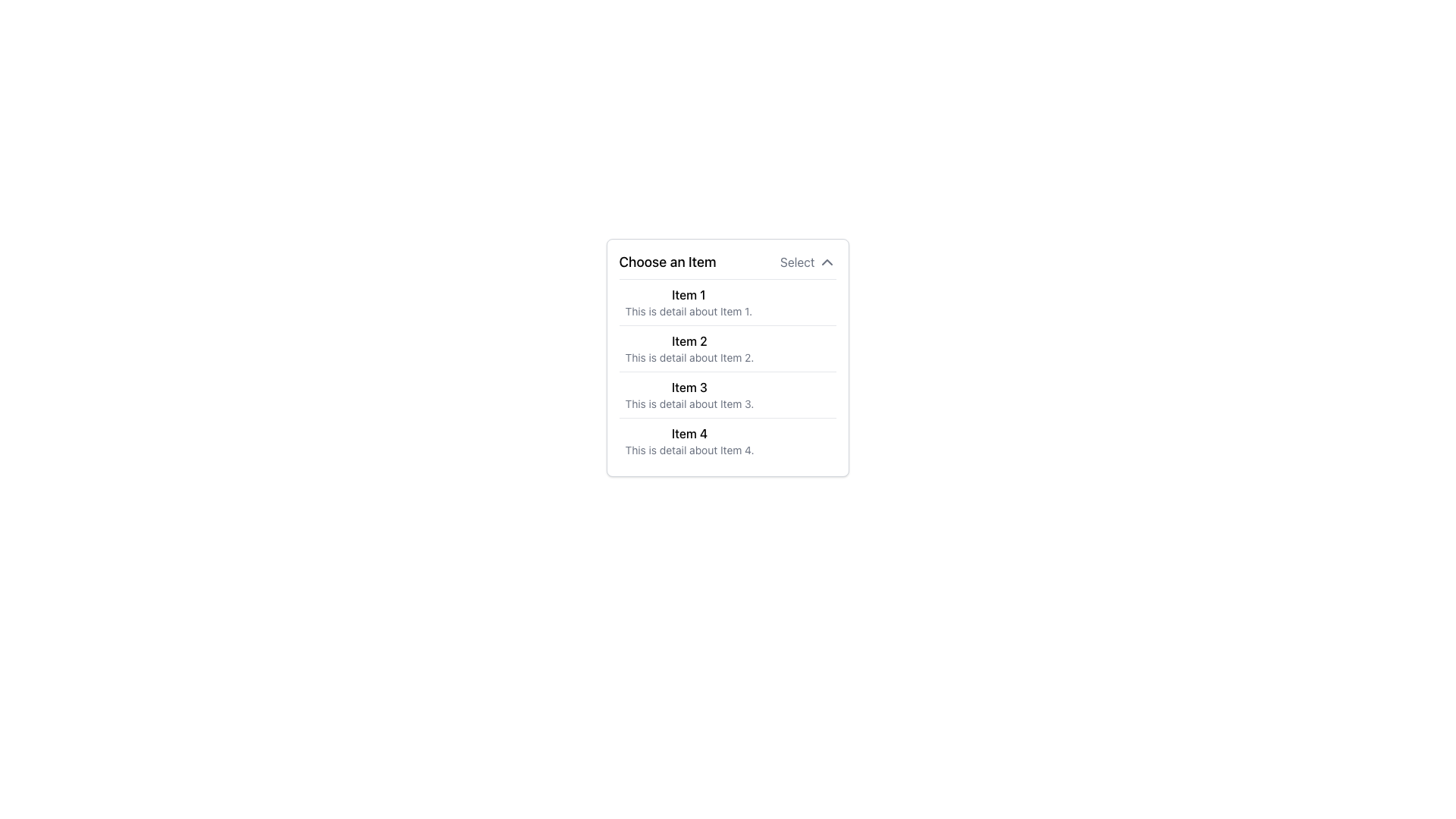 The height and width of the screenshot is (819, 1456). What do you see at coordinates (826, 262) in the screenshot?
I see `the expand/collapse icon located in the top-right corner of the dropdown interface, next to the text 'Select'` at bounding box center [826, 262].